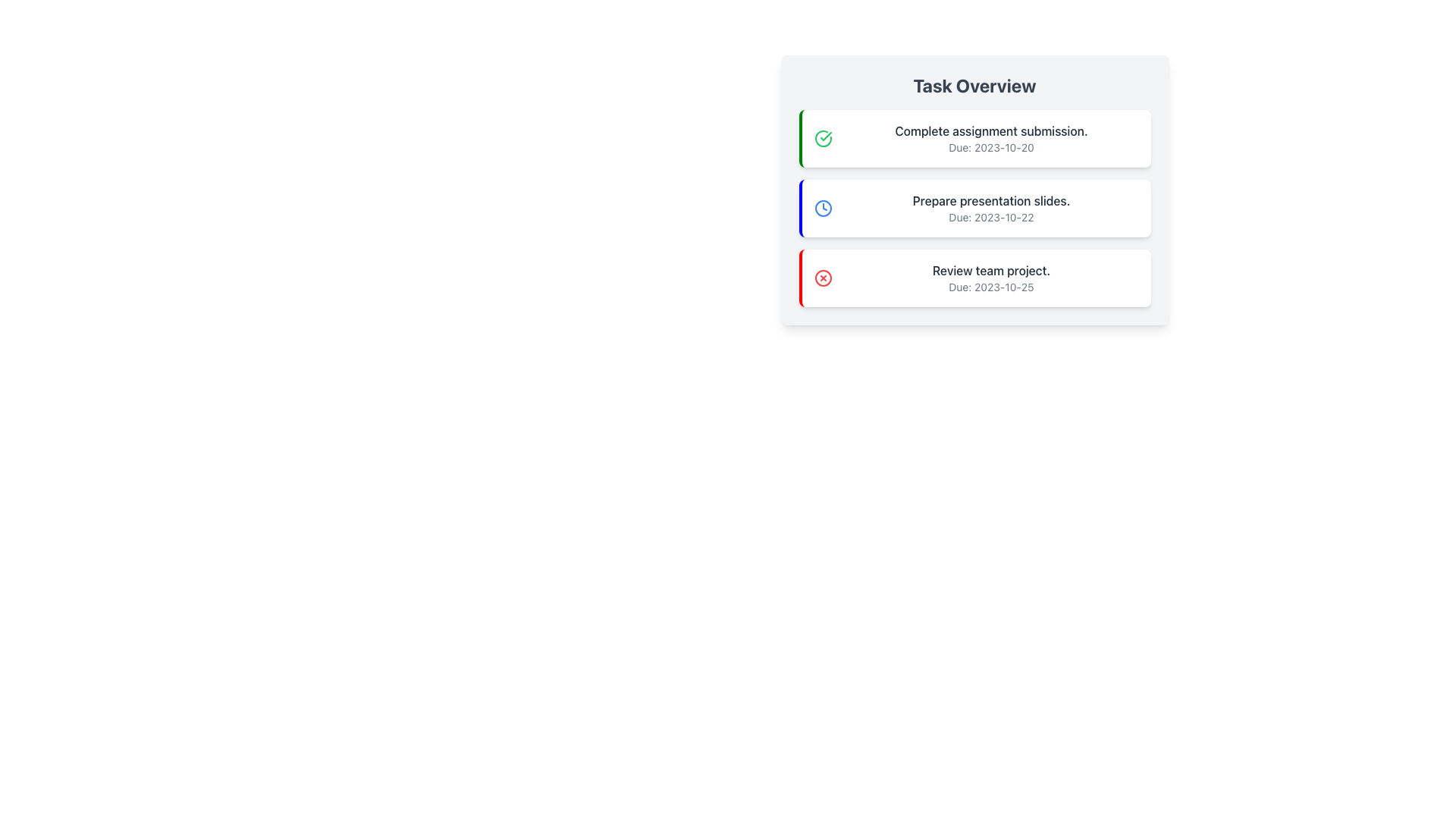 The height and width of the screenshot is (819, 1456). What do you see at coordinates (822, 278) in the screenshot?
I see `the SVG circle element that represents the error or cancellation icon for the 'Review team project' task, located at the bottom of the task list` at bounding box center [822, 278].